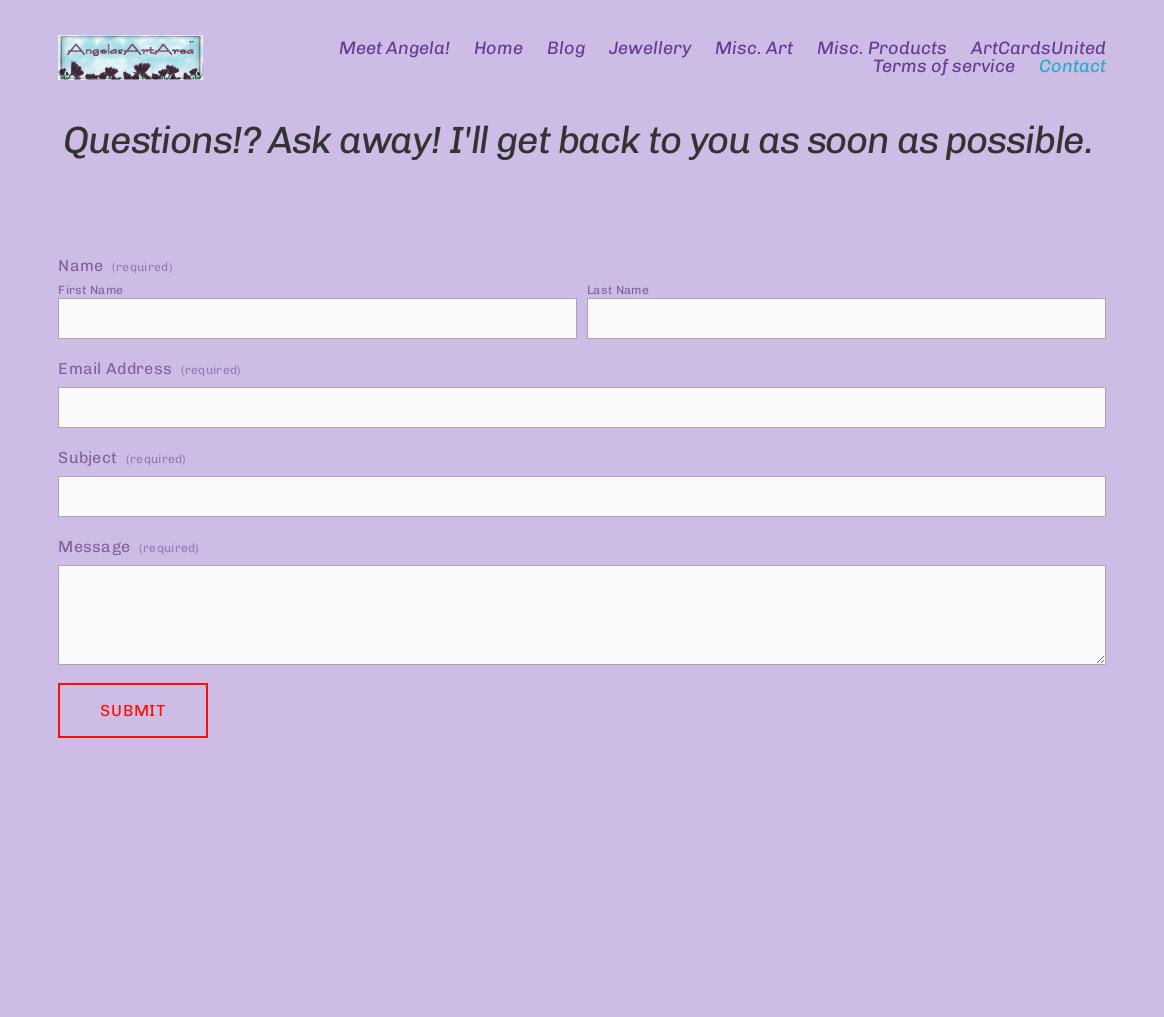  Describe the element at coordinates (564, 47) in the screenshot. I see `'Blog'` at that location.